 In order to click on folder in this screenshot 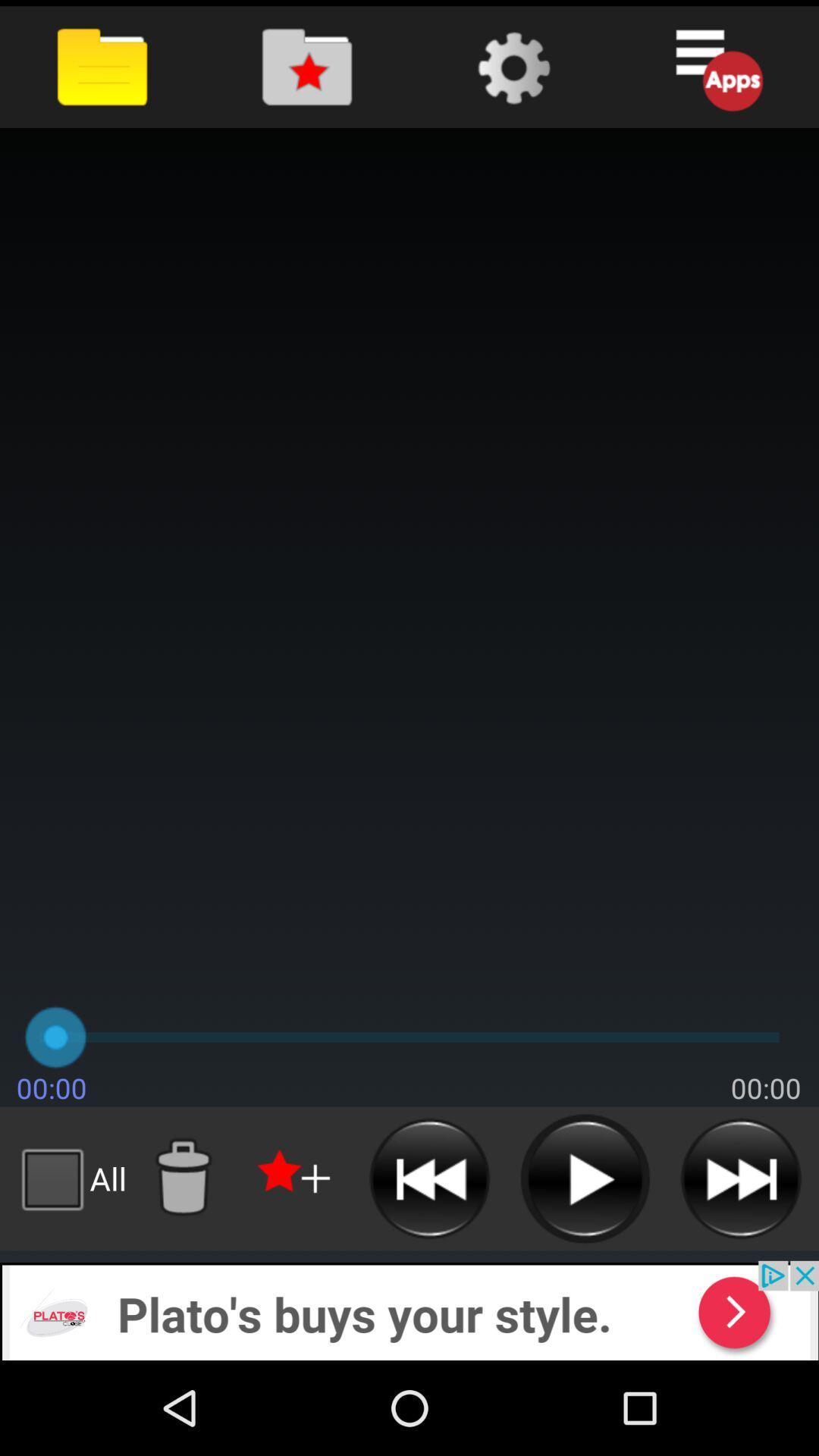, I will do `click(307, 66)`.